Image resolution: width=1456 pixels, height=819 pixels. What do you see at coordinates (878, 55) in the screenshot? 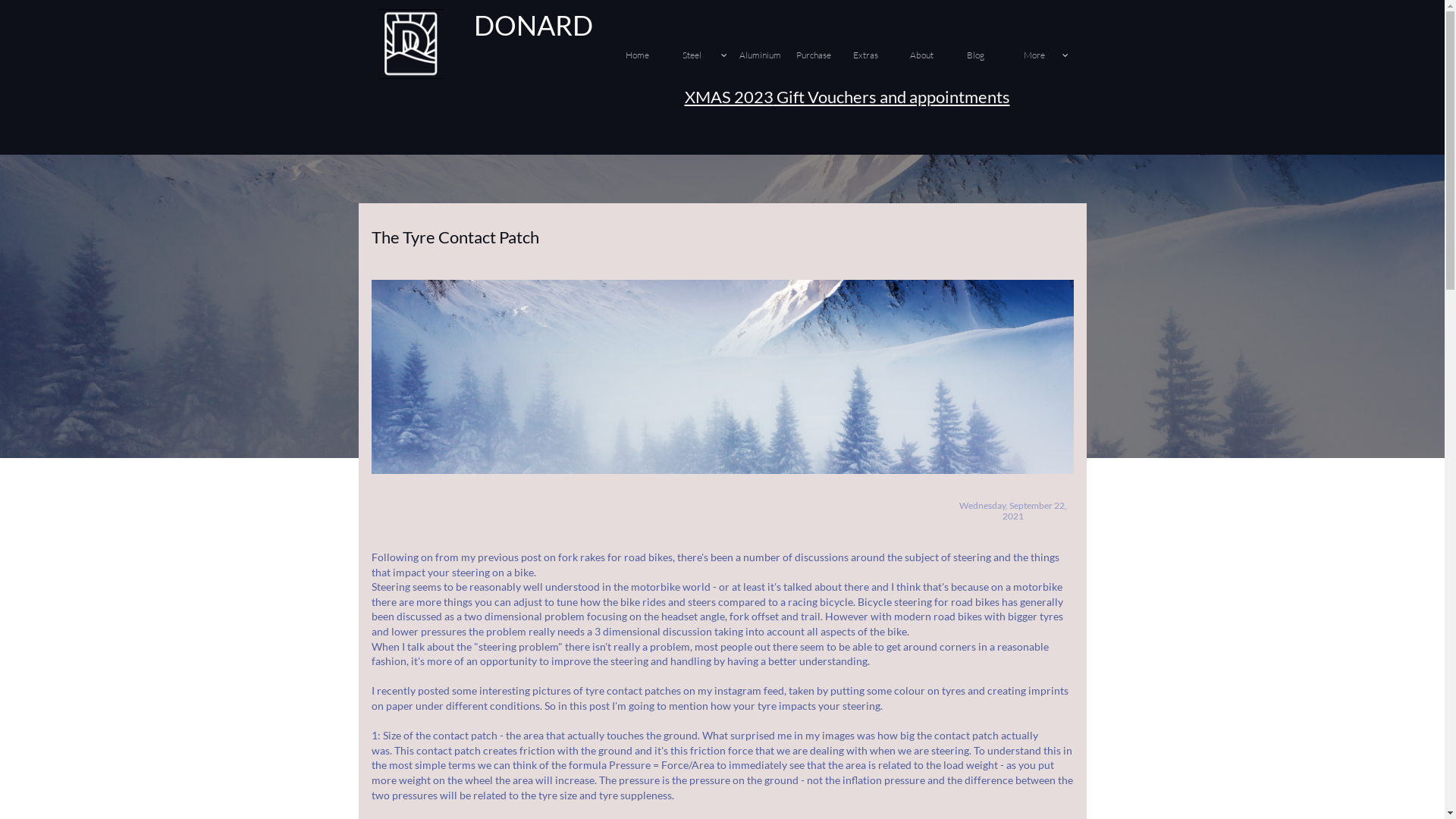
I see `'Extras'` at bounding box center [878, 55].